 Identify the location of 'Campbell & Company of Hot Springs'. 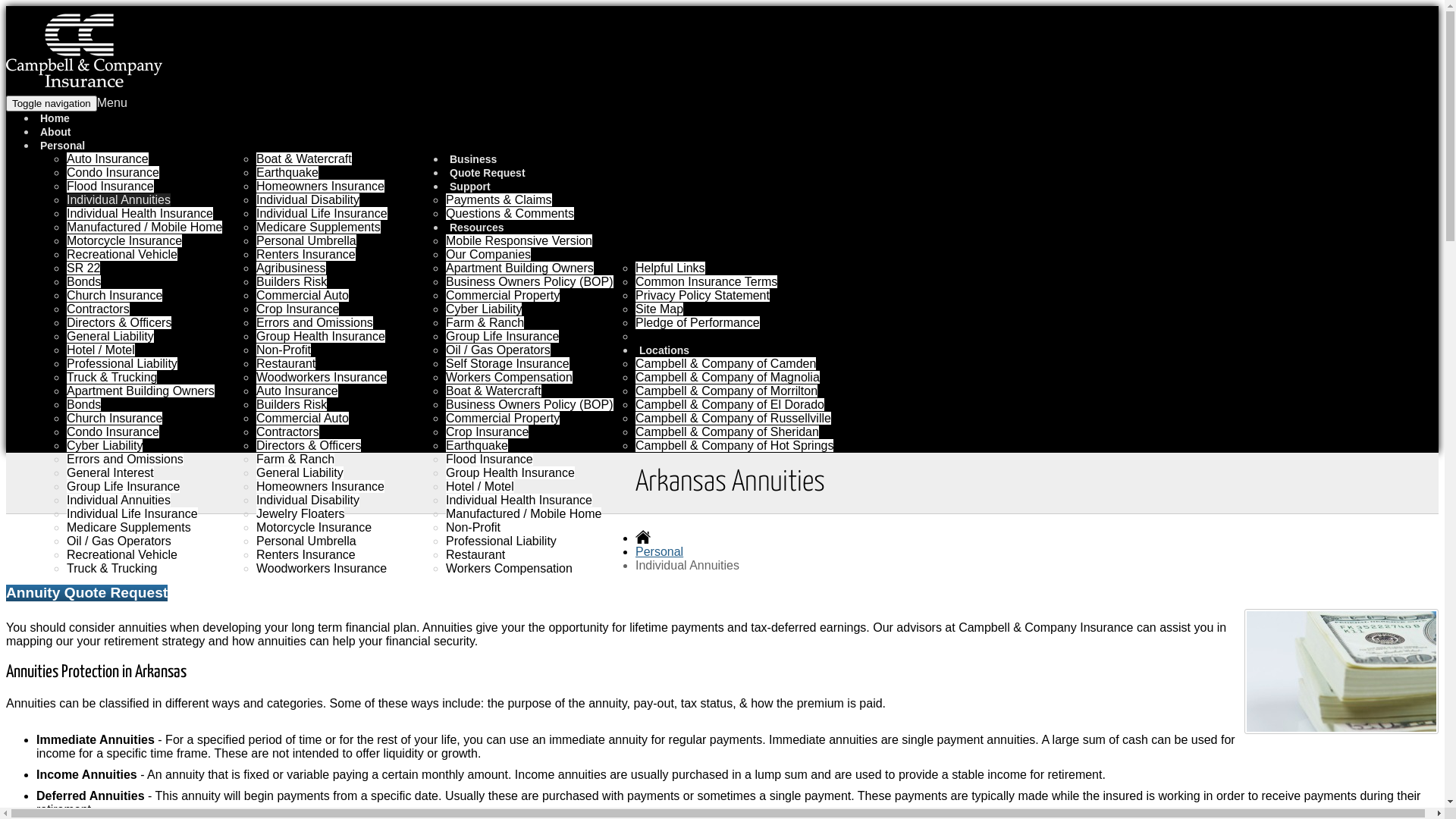
(734, 444).